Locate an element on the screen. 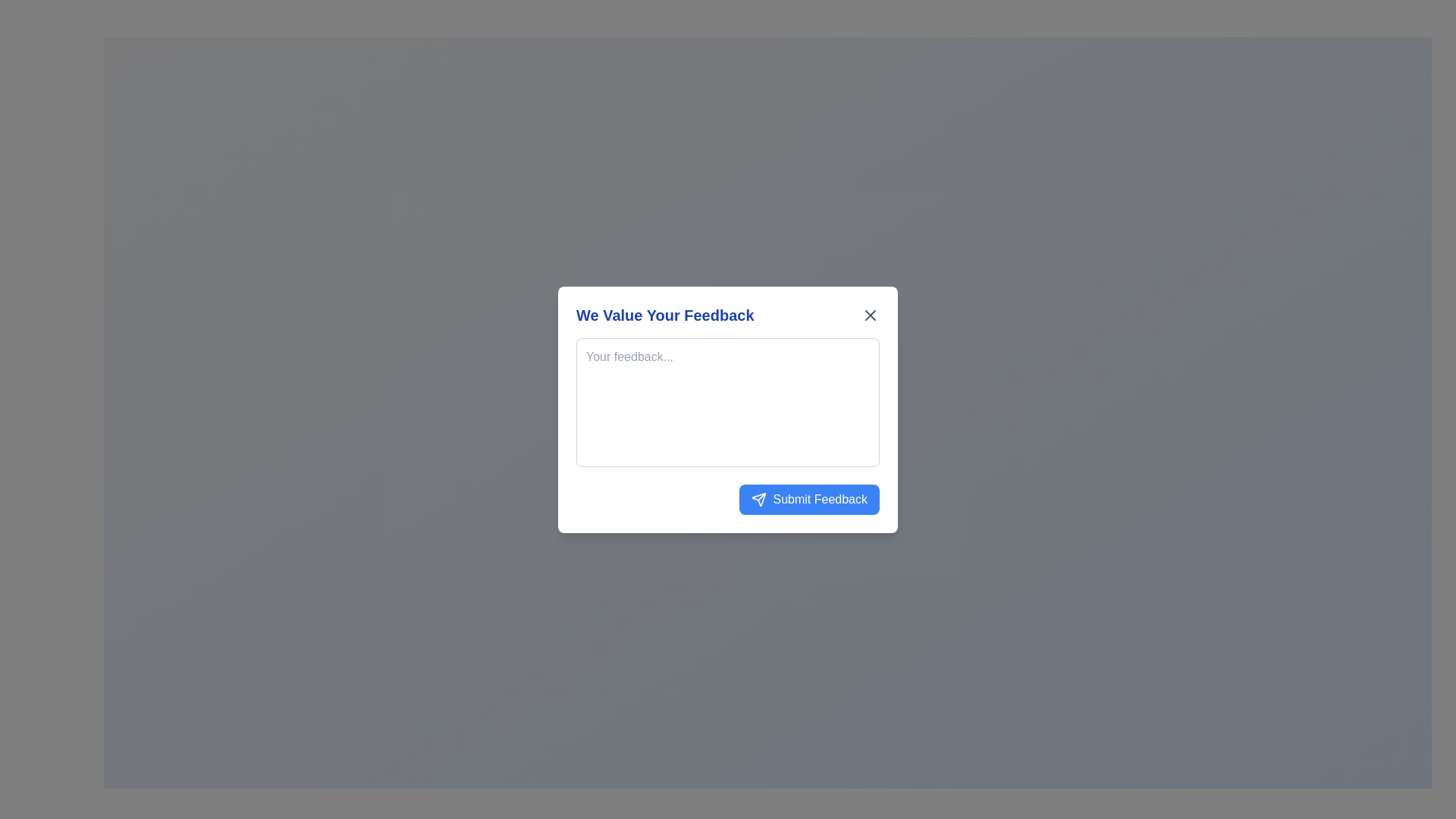 The image size is (1456, 819). the send icon, which is a triangular paper airplane icon located to the left of the 'Submit Feedback' button in the feedback submission dialog box is located at coordinates (759, 499).